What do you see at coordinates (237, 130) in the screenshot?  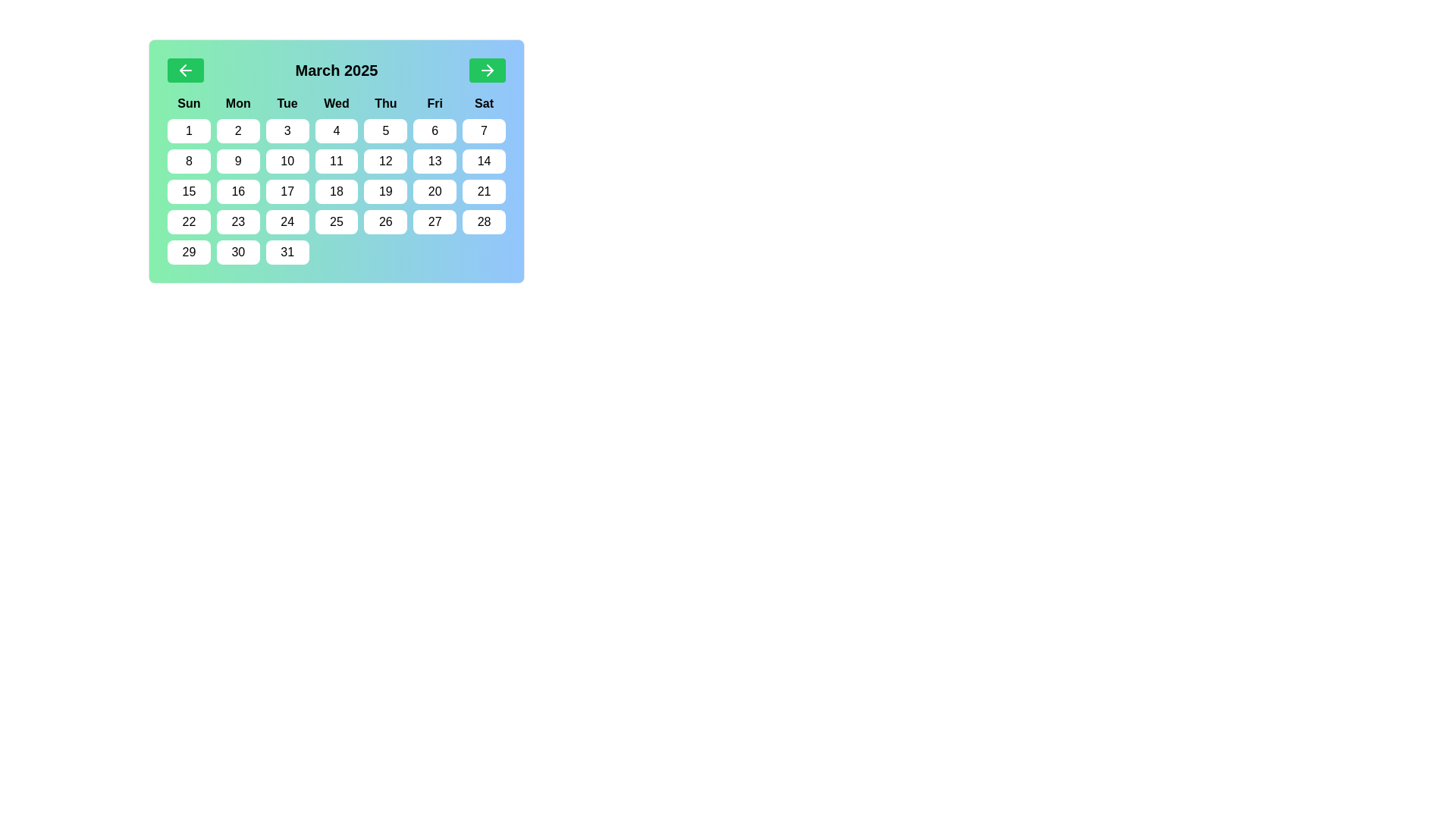 I see `the rectangular button with a rounded border that has a white background and the black number '2' centered inside it` at bounding box center [237, 130].